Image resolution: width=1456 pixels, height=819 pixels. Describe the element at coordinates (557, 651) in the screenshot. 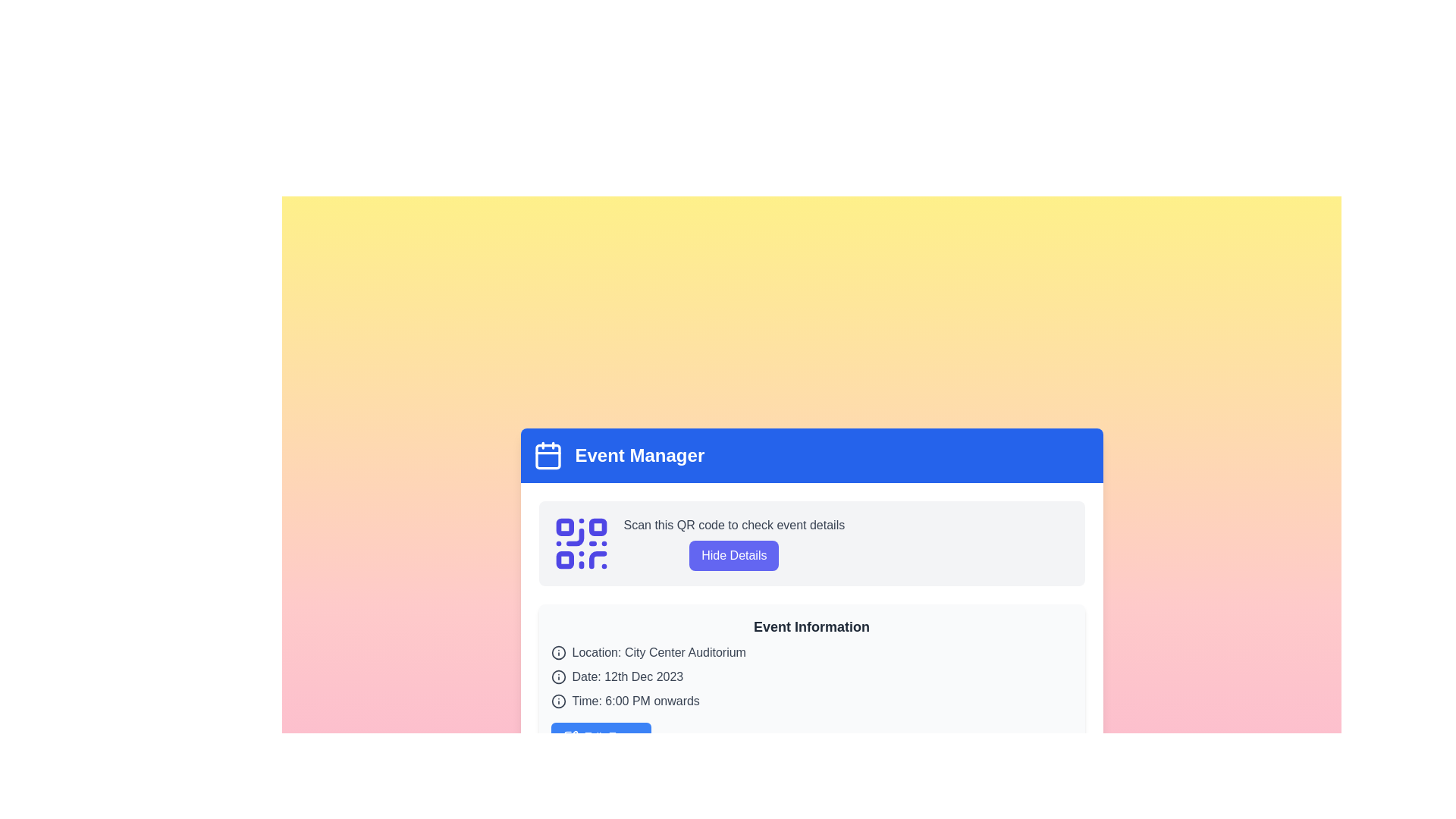

I see `the SVG Circle icon located at the top-left corner of the event details list, which visually represents location information` at that location.